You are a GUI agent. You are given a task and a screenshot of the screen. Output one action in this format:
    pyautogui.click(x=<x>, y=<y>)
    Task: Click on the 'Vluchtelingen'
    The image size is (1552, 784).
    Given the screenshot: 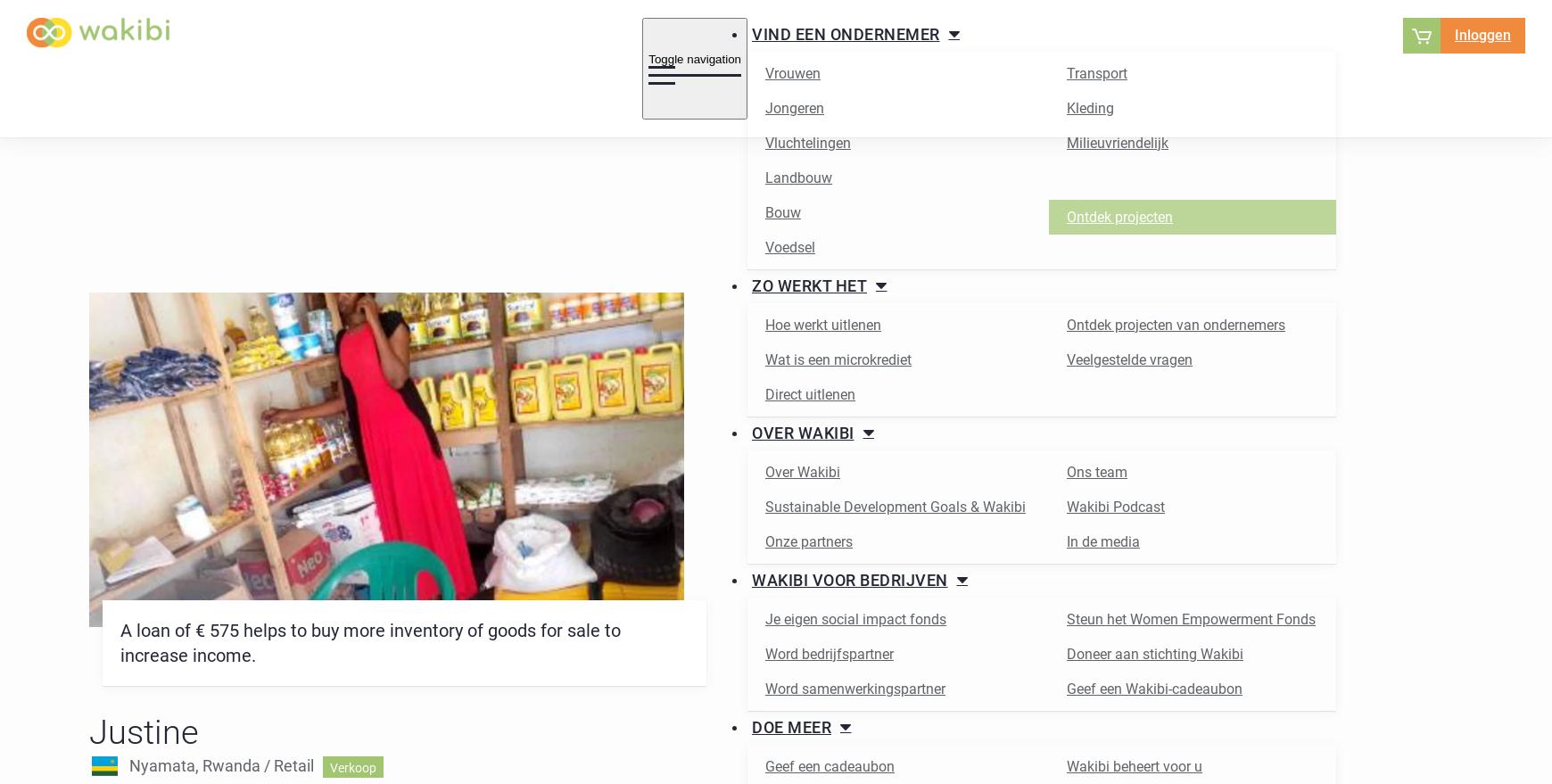 What is the action you would take?
    pyautogui.click(x=807, y=142)
    